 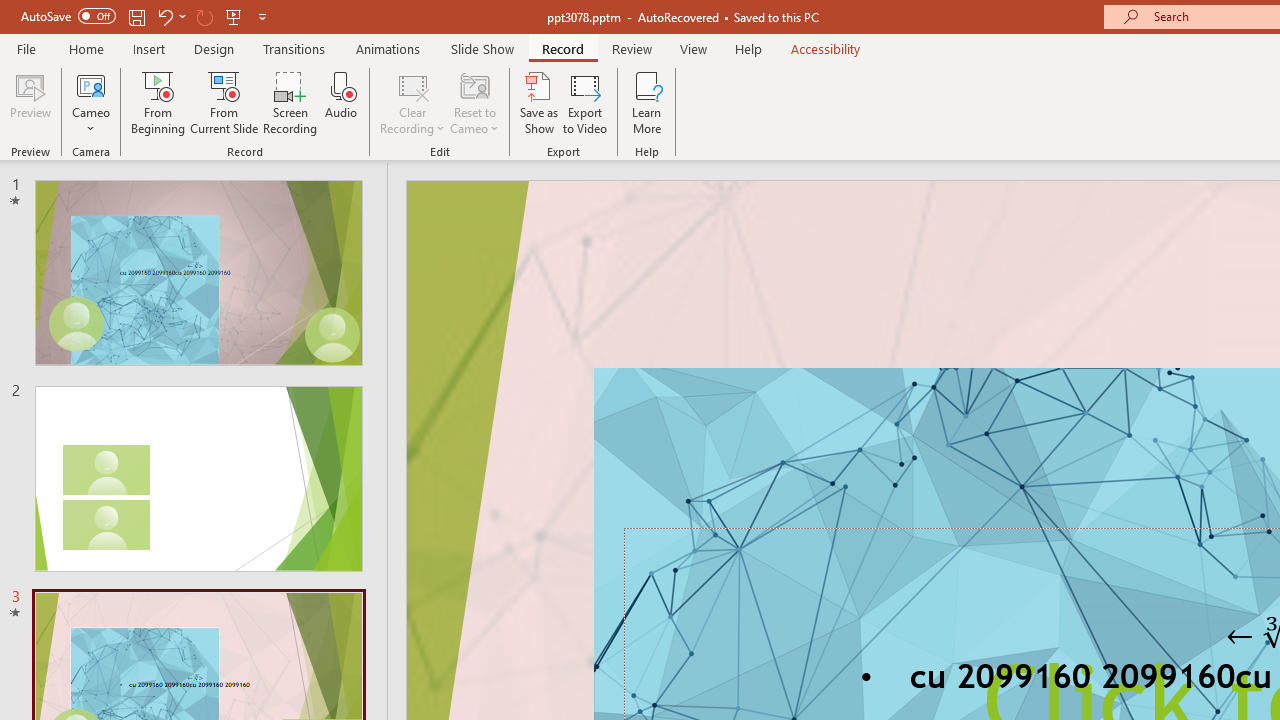 I want to click on 'Preview', so click(x=30, y=103).